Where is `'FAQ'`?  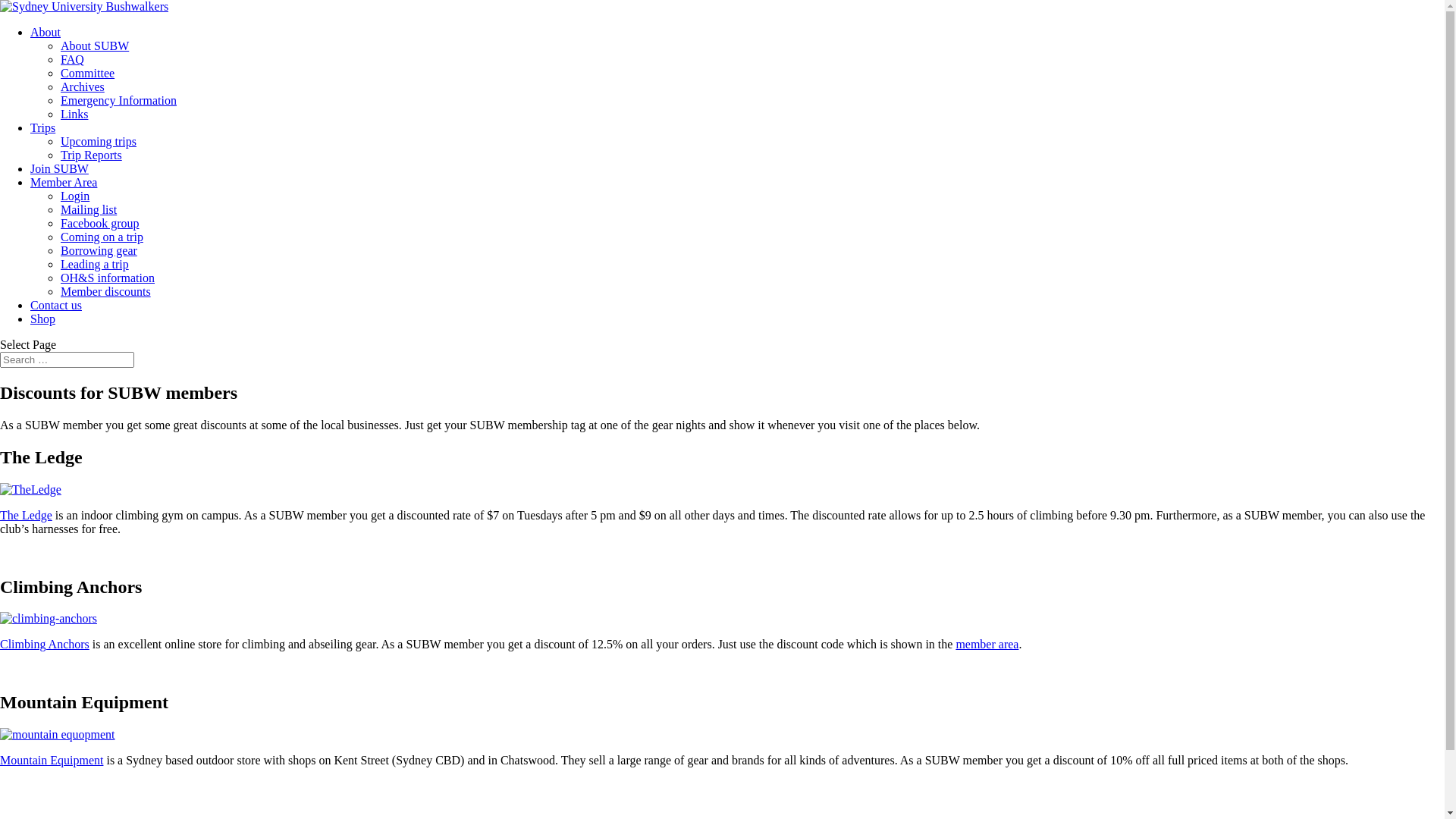 'FAQ' is located at coordinates (71, 58).